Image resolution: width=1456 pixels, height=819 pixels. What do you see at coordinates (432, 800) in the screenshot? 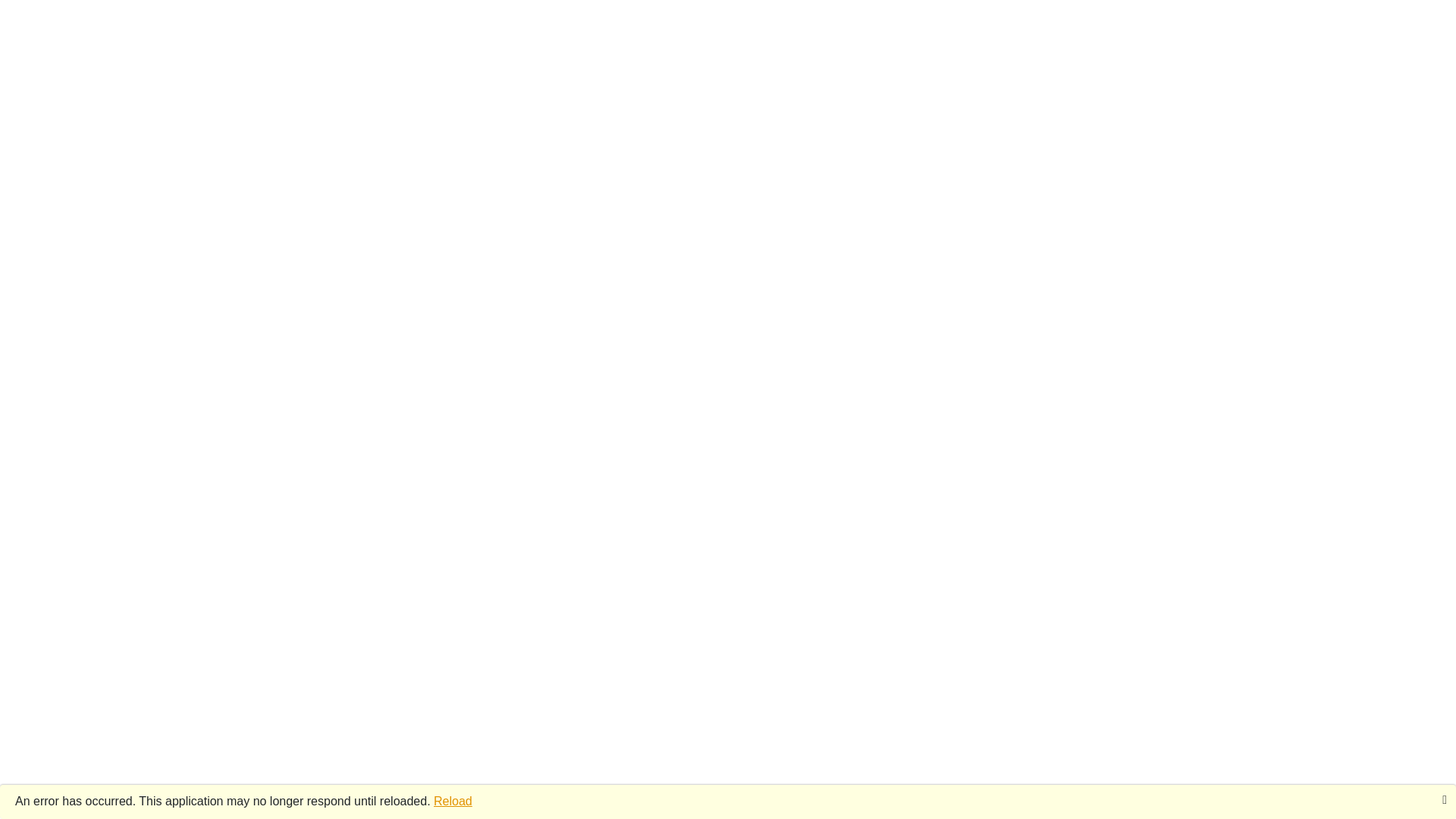
I see `'Reload'` at bounding box center [432, 800].